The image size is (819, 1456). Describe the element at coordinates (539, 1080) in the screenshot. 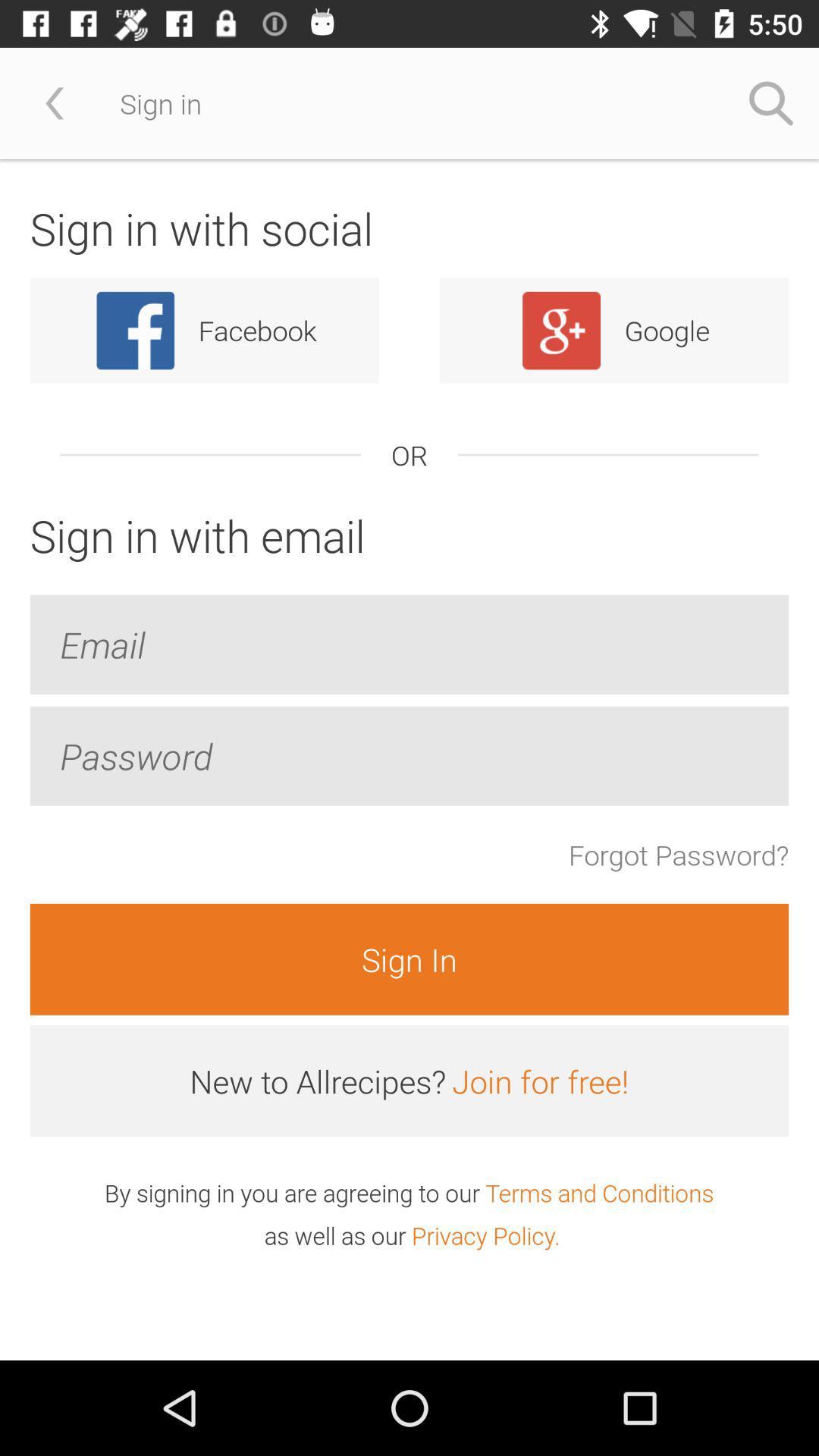

I see `the item below the sign in icon` at that location.